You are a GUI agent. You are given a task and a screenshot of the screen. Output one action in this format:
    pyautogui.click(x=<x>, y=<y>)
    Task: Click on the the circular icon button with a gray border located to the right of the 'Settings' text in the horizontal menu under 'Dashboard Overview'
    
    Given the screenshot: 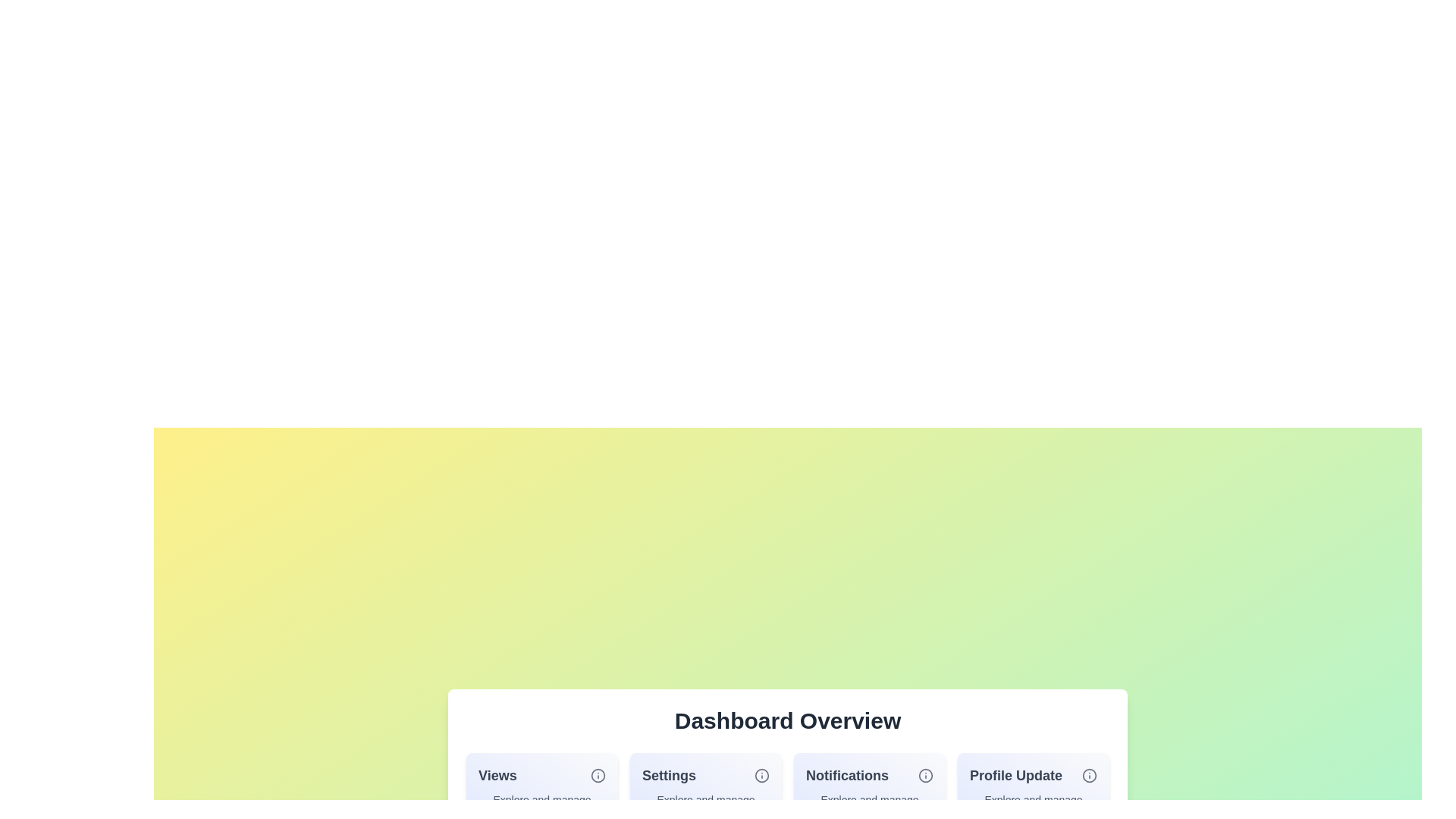 What is the action you would take?
    pyautogui.click(x=761, y=775)
    